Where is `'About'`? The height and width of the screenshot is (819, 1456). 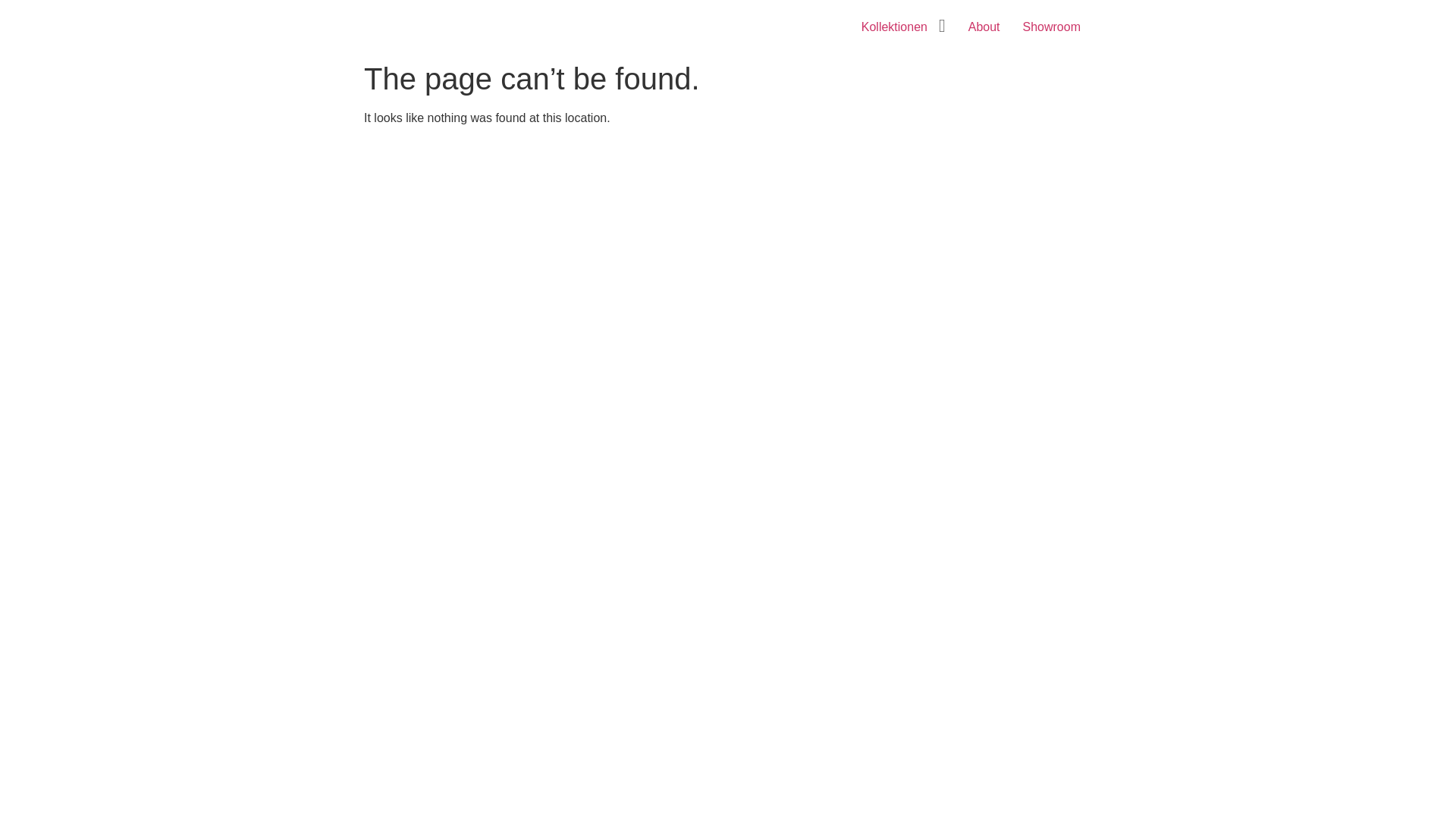 'About' is located at coordinates (984, 27).